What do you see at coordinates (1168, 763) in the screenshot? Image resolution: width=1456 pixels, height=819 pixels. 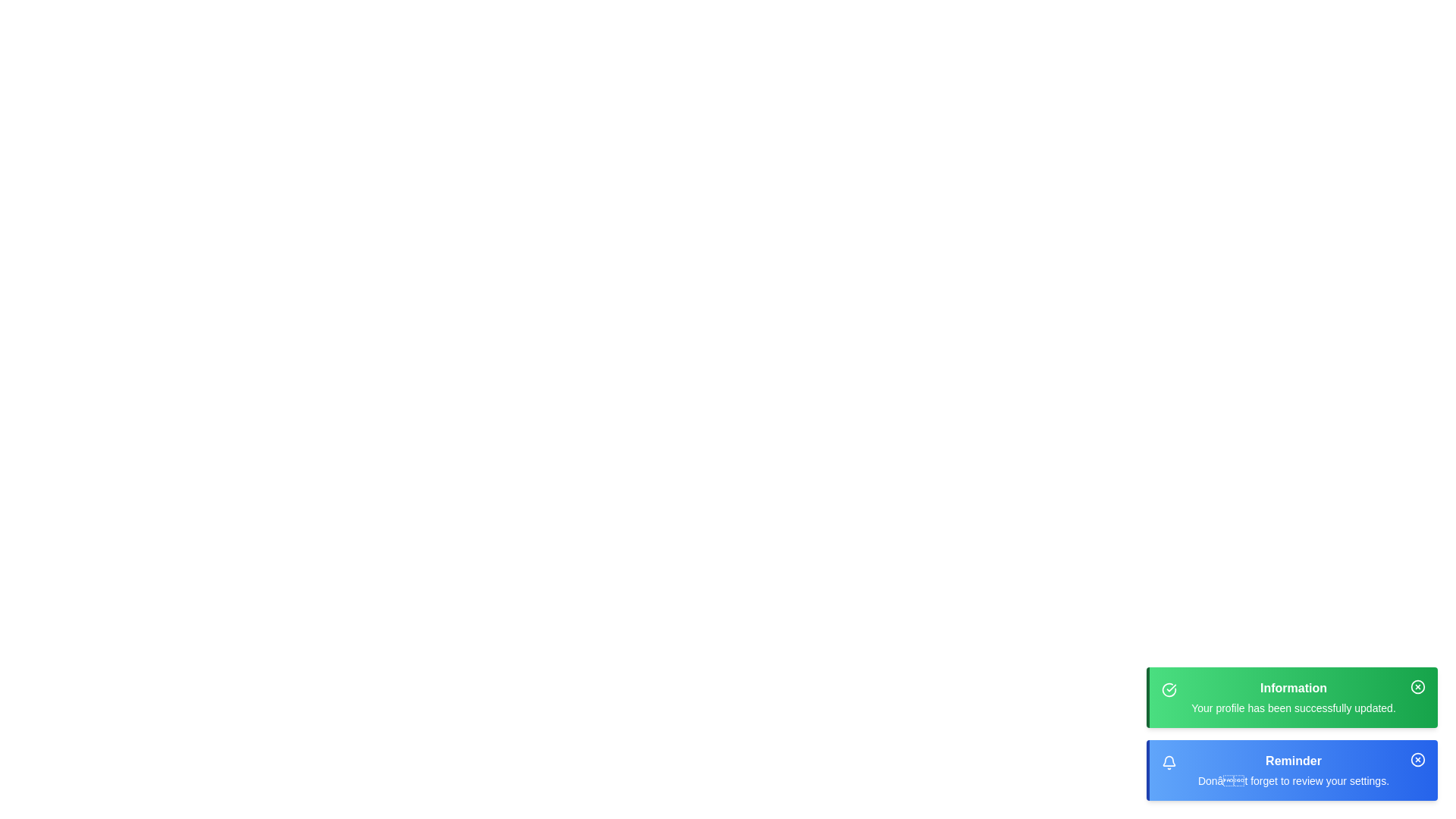 I see `the bell-shaped notification icon located to the left of the 'Reminder' label in the blue notification box` at bounding box center [1168, 763].